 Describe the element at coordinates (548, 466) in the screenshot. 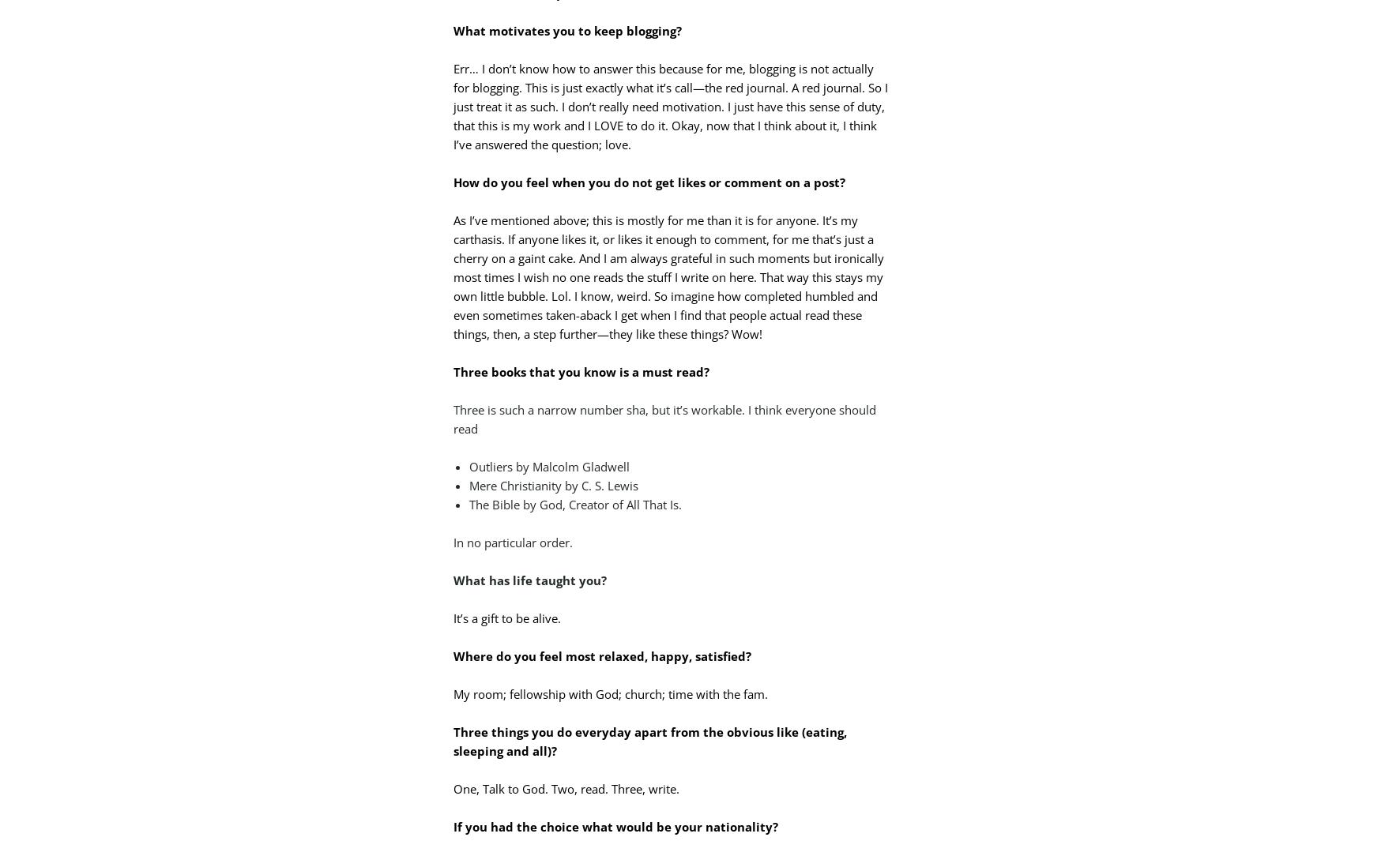

I see `'Outliers by Malcolm Gladwell'` at that location.